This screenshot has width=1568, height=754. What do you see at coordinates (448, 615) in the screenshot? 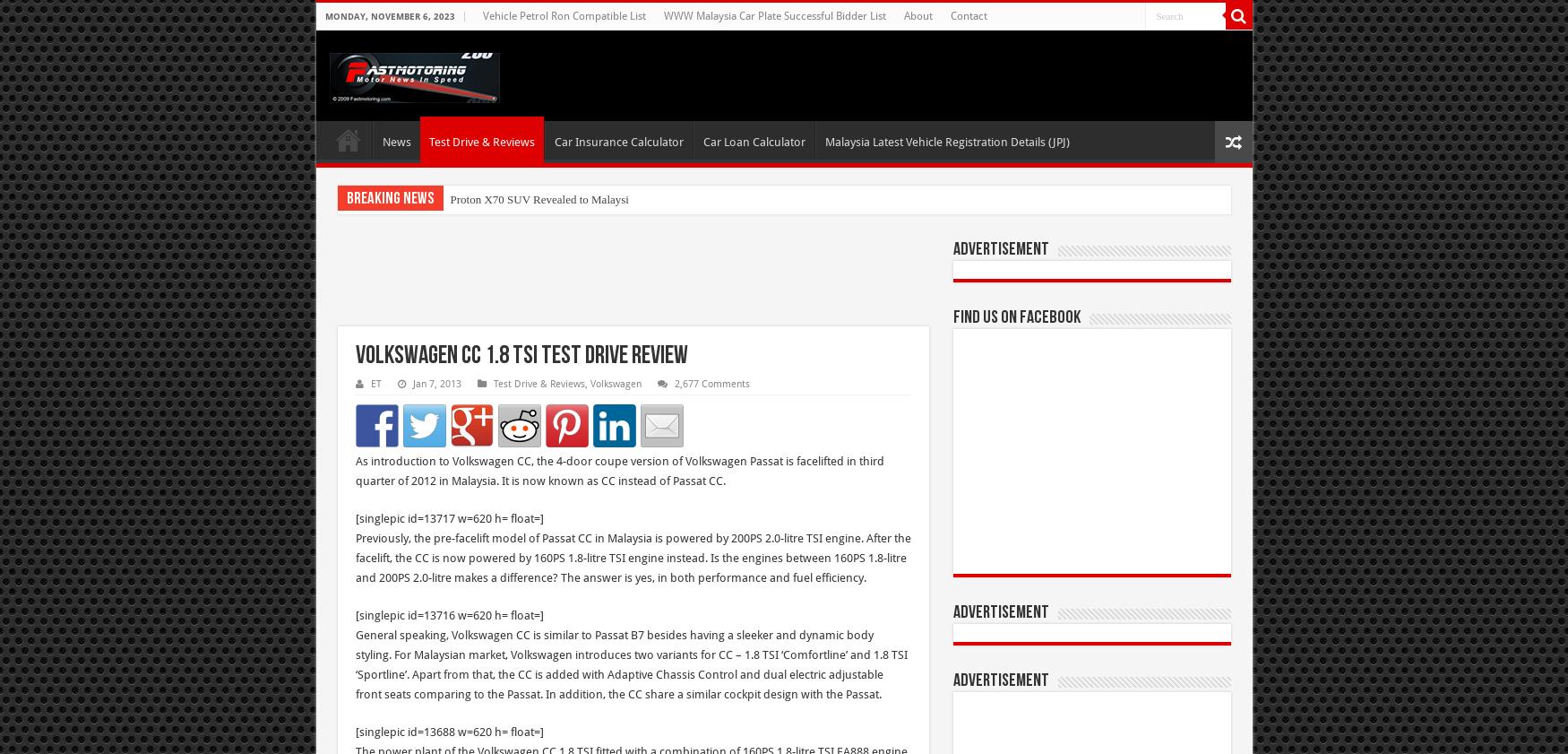
I see `'[singlepic id=13716 w=620 h= float=]'` at bounding box center [448, 615].